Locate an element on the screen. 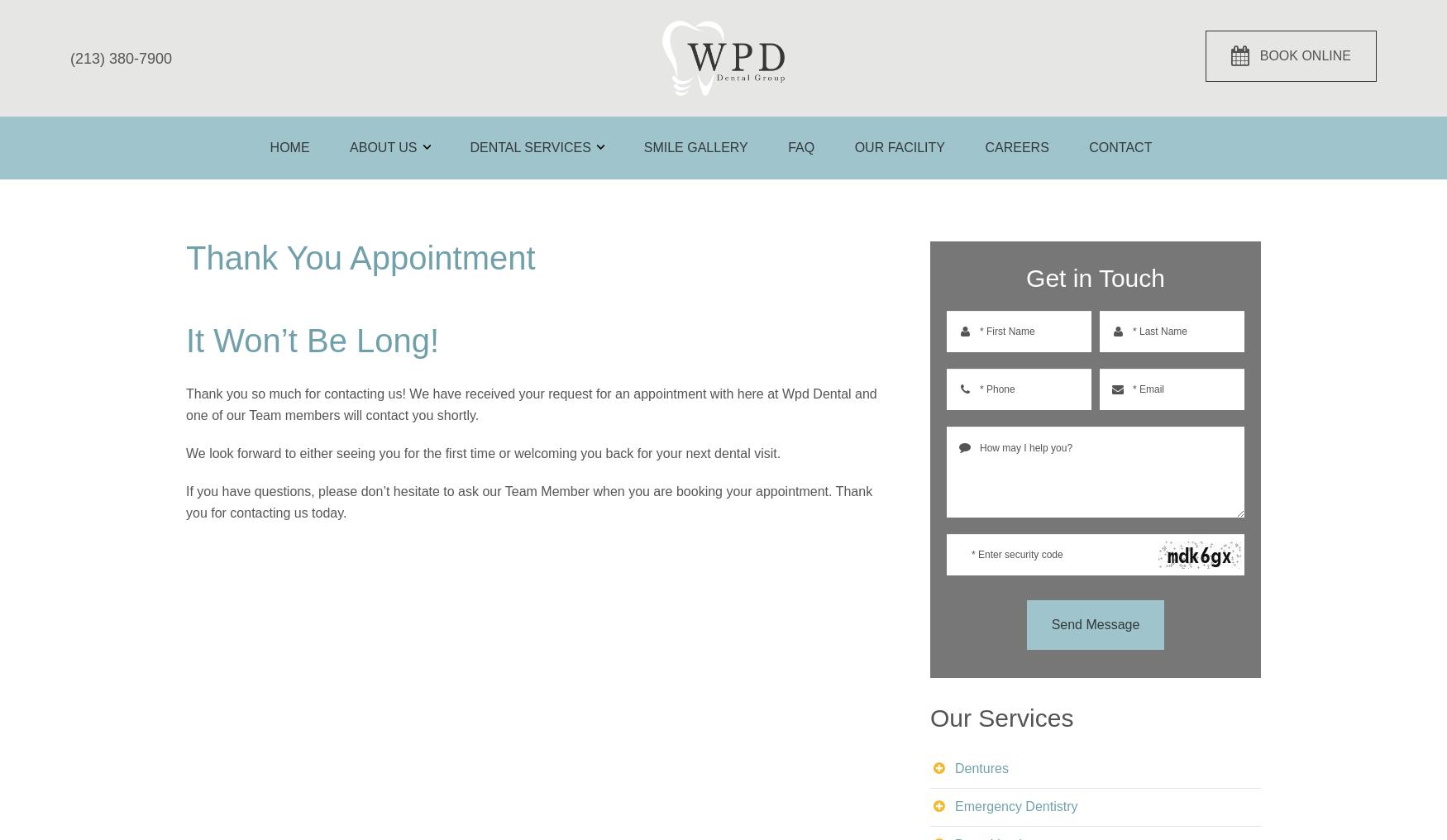 This screenshot has width=1447, height=840. 'If you have questions, please don’t hesitate to ask our Team Member when you are booking your appointment. Thank you for contacting us today.' is located at coordinates (528, 501).